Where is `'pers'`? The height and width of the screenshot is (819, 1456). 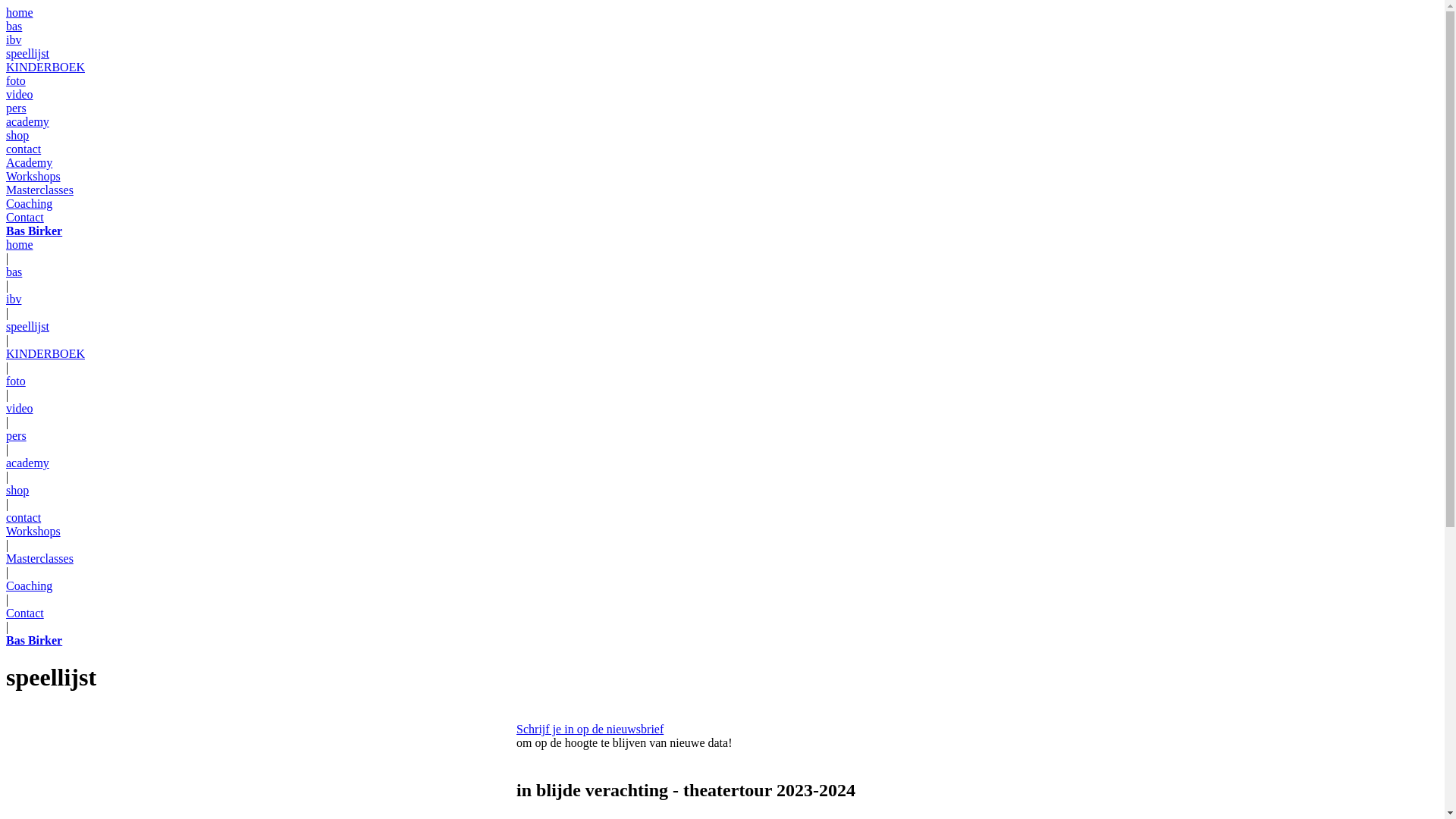
'pers' is located at coordinates (16, 107).